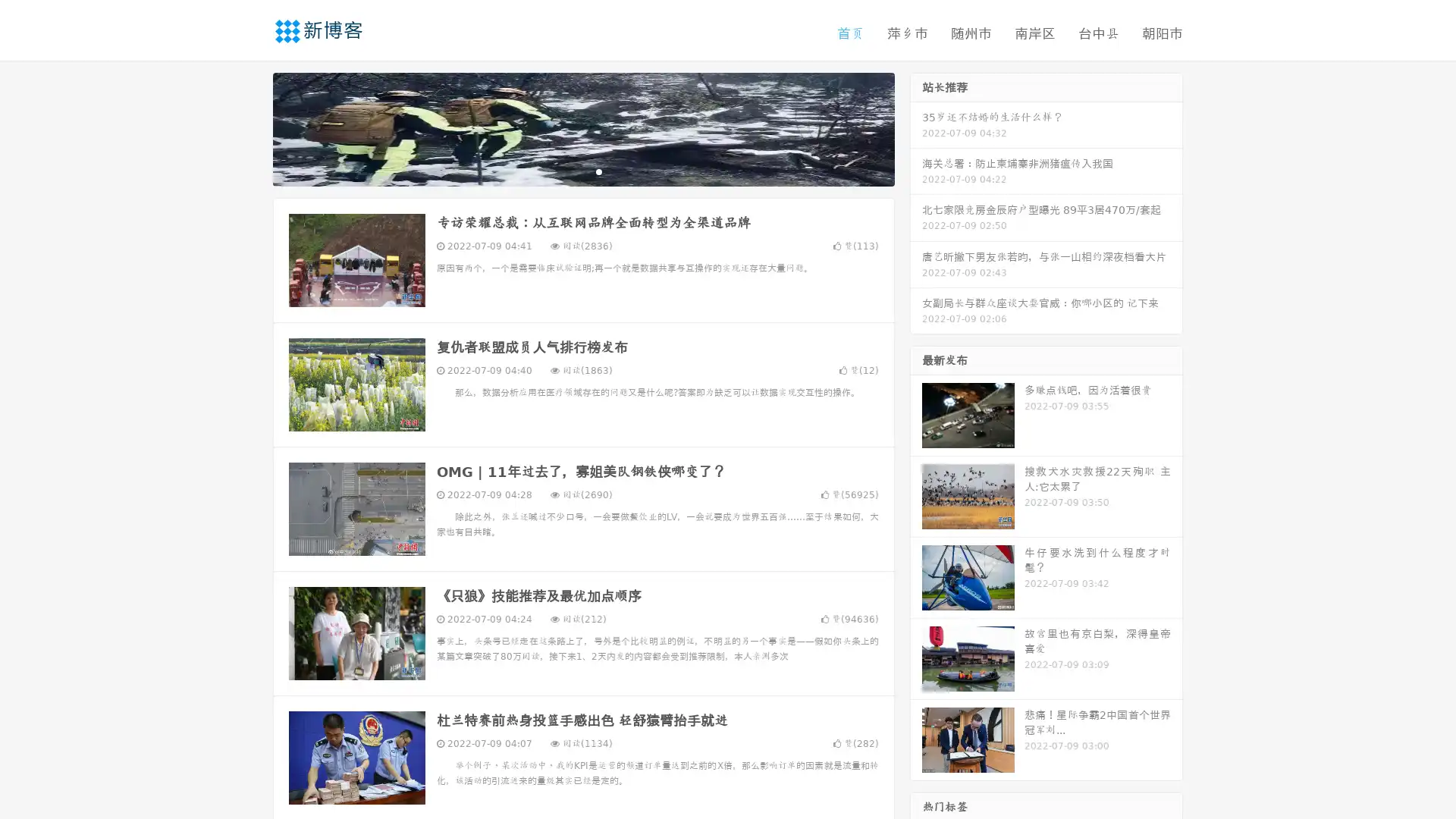 This screenshot has height=819, width=1456. Describe the element at coordinates (916, 127) in the screenshot. I see `Next slide` at that location.